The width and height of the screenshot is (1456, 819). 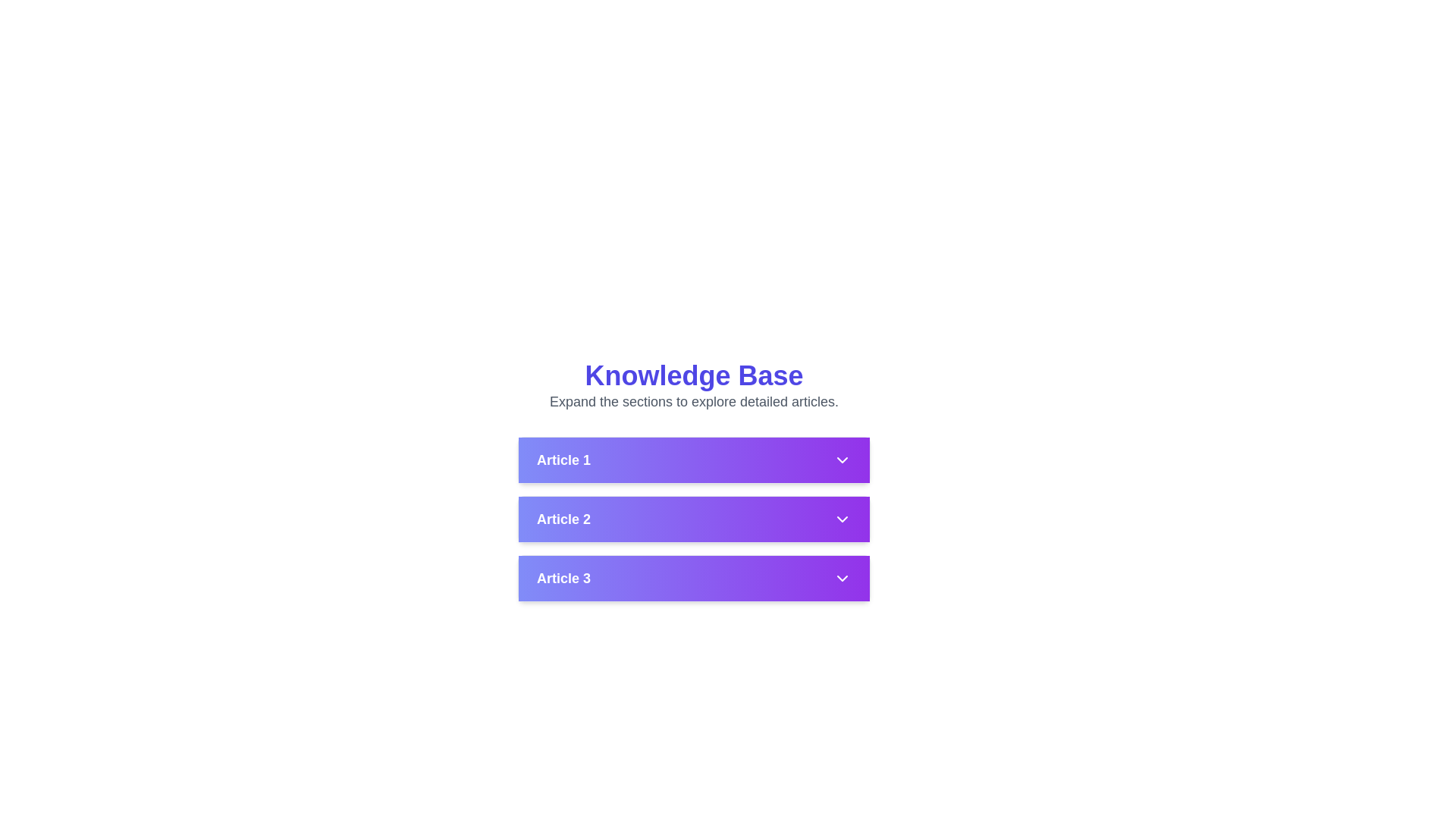 I want to click on the collapsible section header labeled 'Article 2', so click(x=693, y=519).